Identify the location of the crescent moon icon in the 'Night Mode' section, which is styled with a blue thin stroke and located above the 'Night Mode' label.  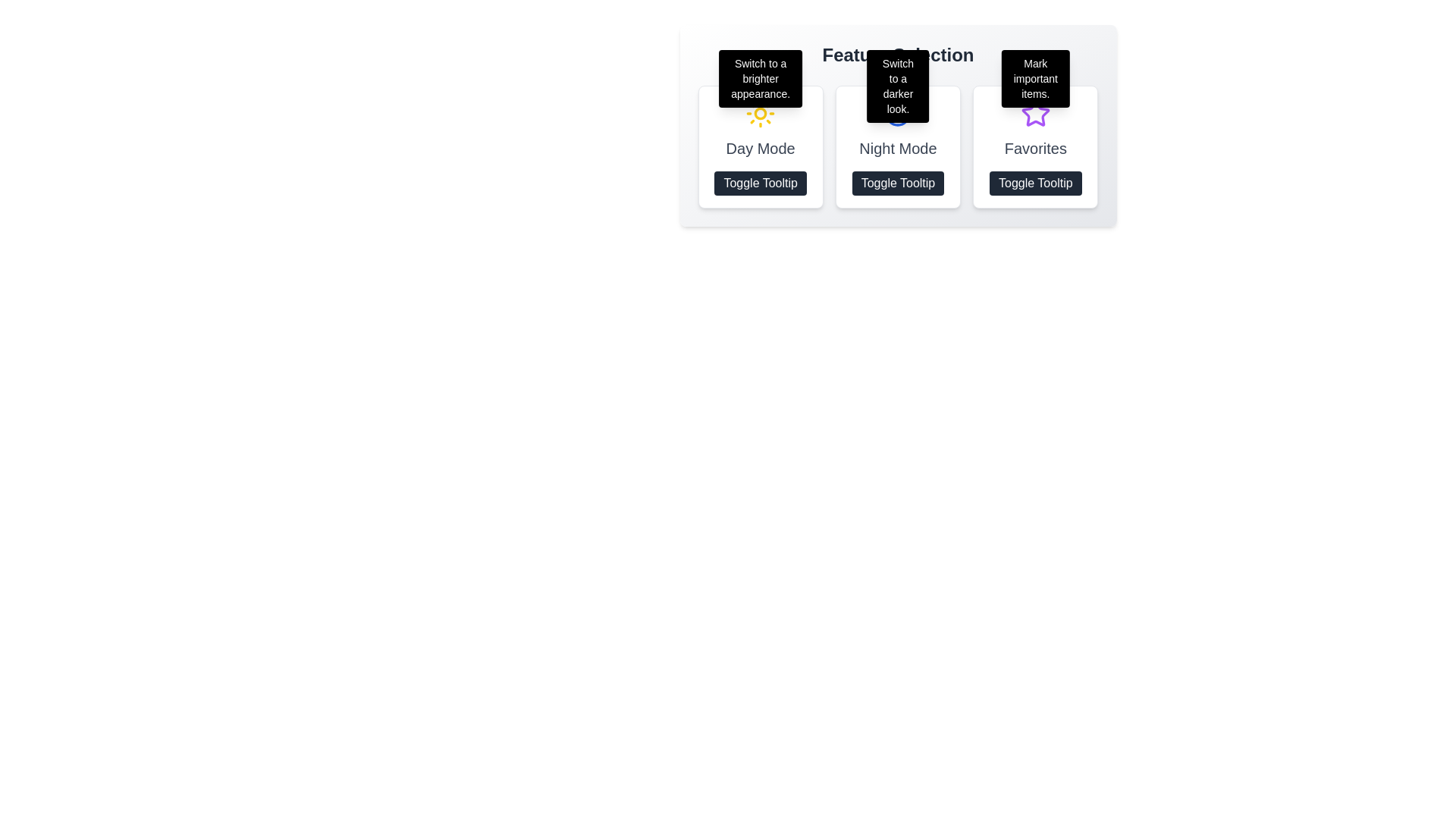
(898, 113).